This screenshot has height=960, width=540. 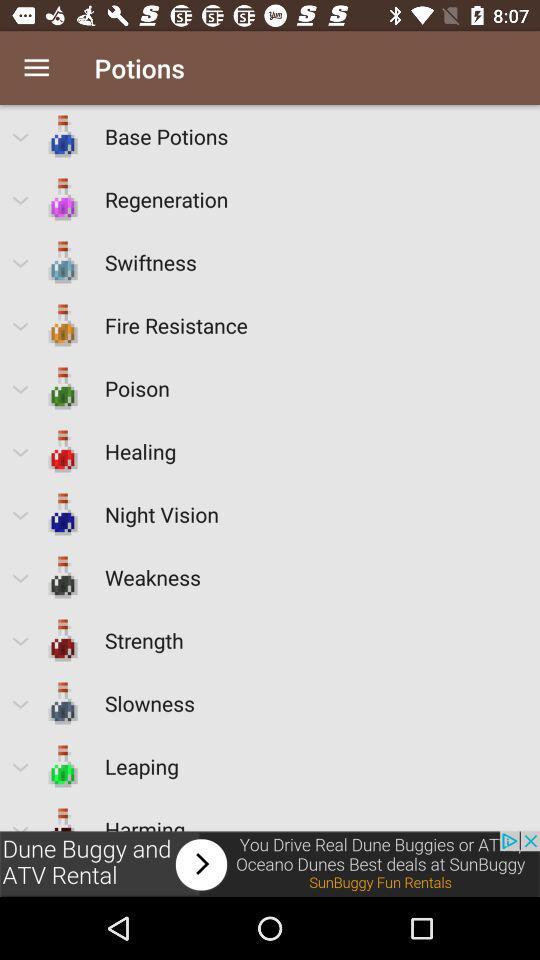 I want to click on the icon which is left to the text base potions, so click(x=63, y=135).